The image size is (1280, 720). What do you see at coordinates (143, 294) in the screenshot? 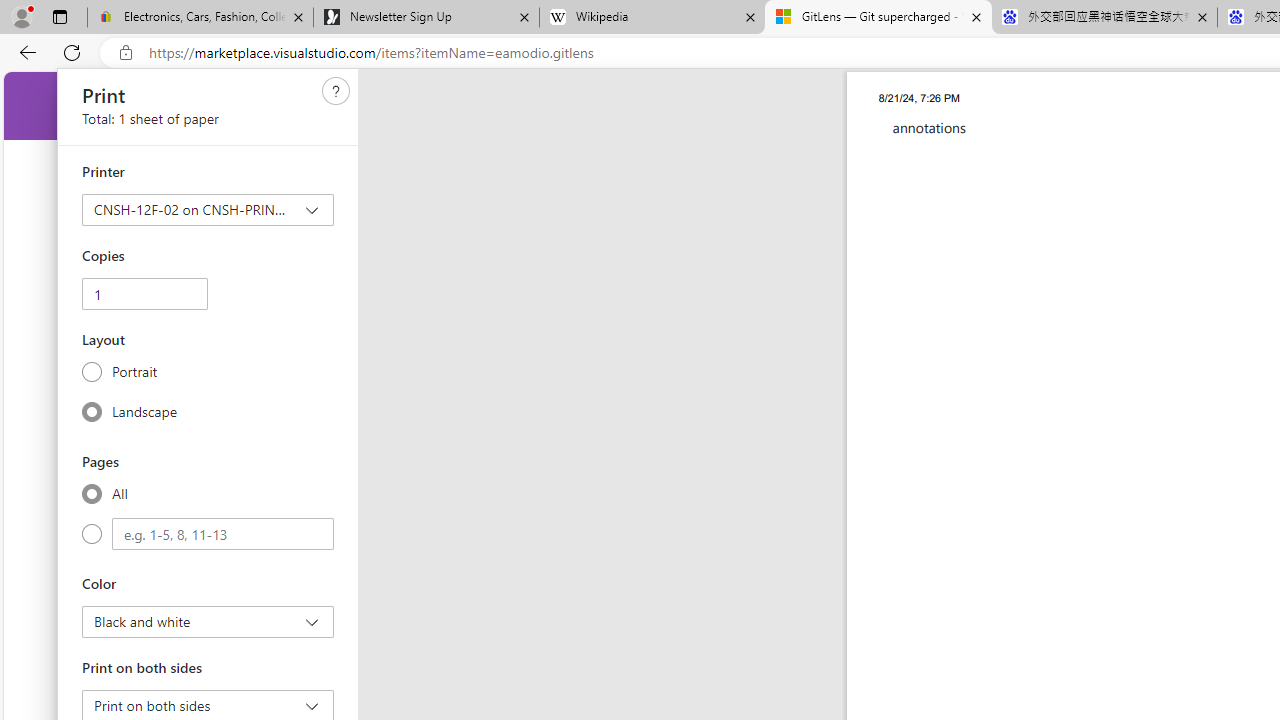
I see `'Copies'` at bounding box center [143, 294].